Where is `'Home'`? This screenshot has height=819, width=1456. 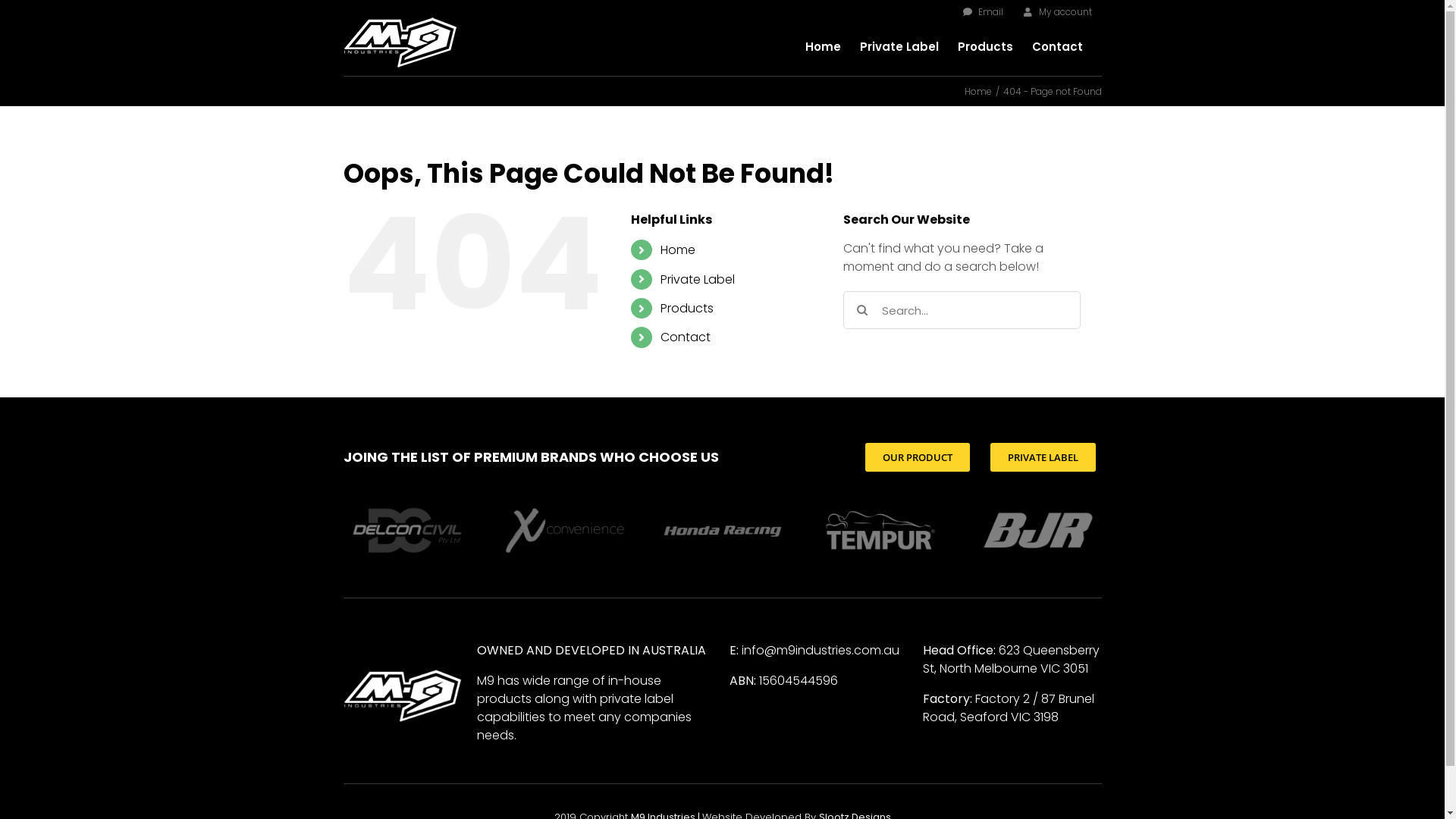
'Home' is located at coordinates (978, 91).